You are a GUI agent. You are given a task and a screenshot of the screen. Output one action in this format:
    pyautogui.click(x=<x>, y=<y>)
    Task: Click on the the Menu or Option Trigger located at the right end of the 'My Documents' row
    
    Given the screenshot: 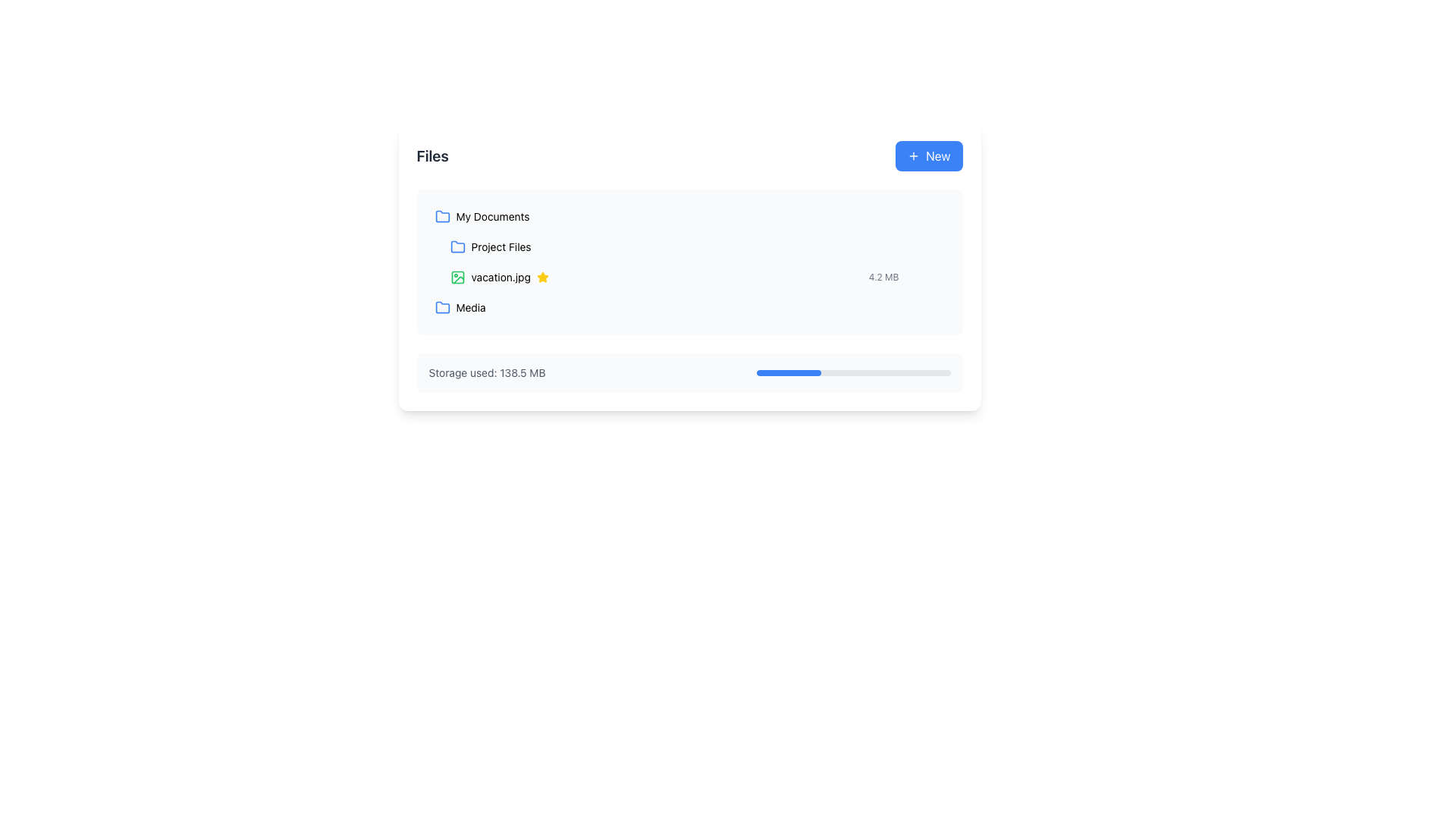 What is the action you would take?
    pyautogui.click(x=924, y=216)
    